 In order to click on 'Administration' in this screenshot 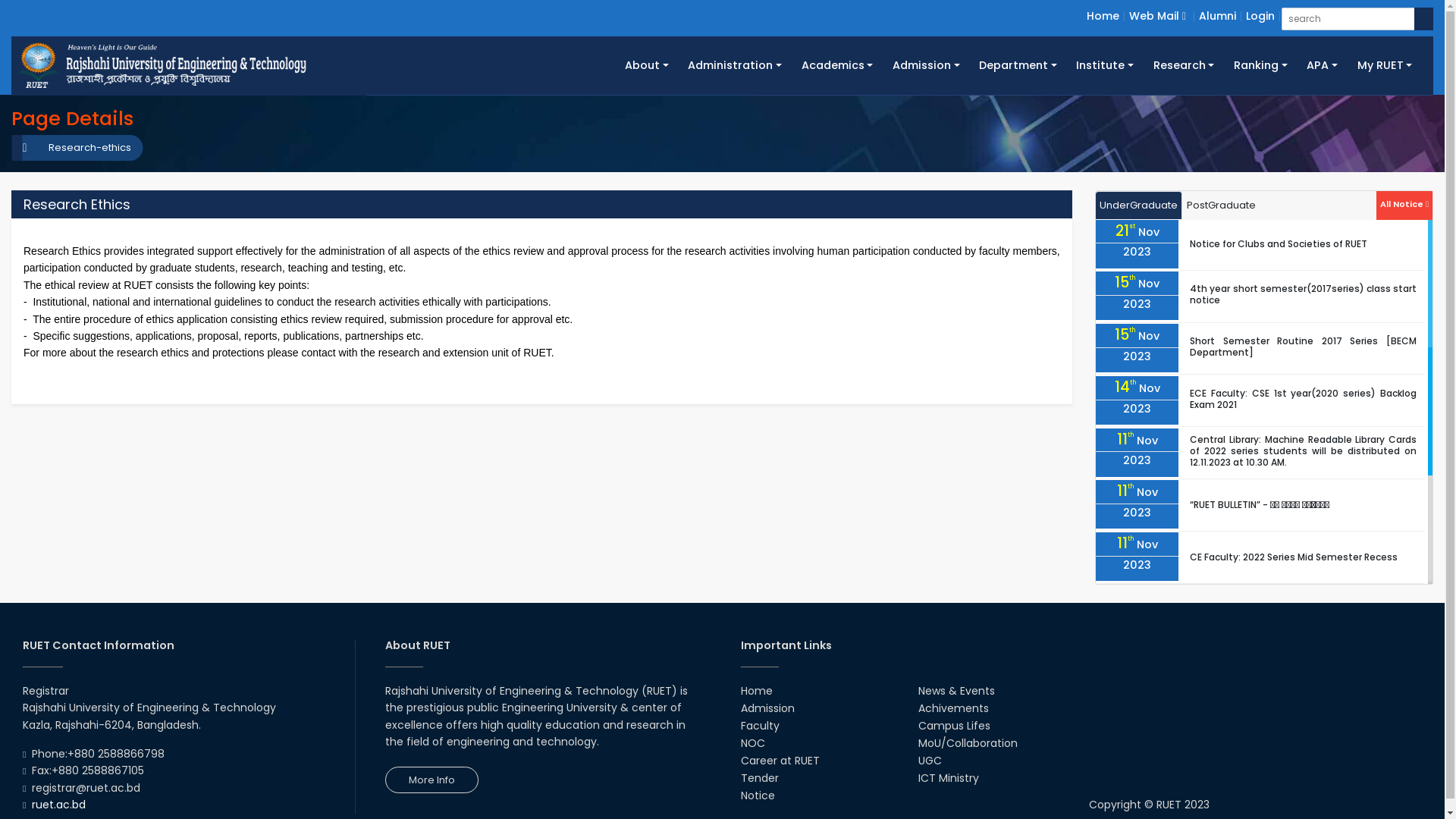, I will do `click(735, 64)`.